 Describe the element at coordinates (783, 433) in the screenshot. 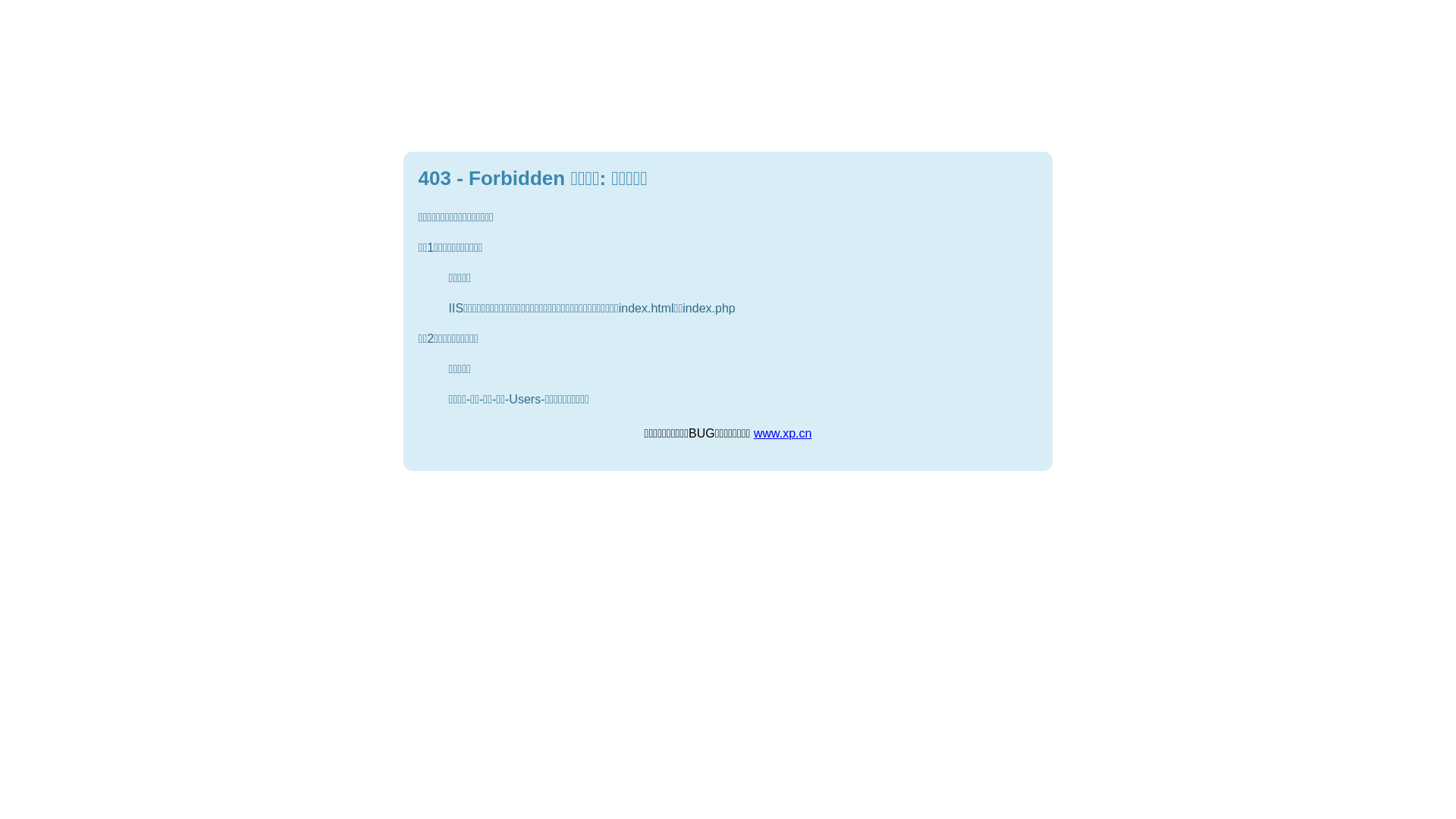

I see `'www.xp.cn'` at that location.